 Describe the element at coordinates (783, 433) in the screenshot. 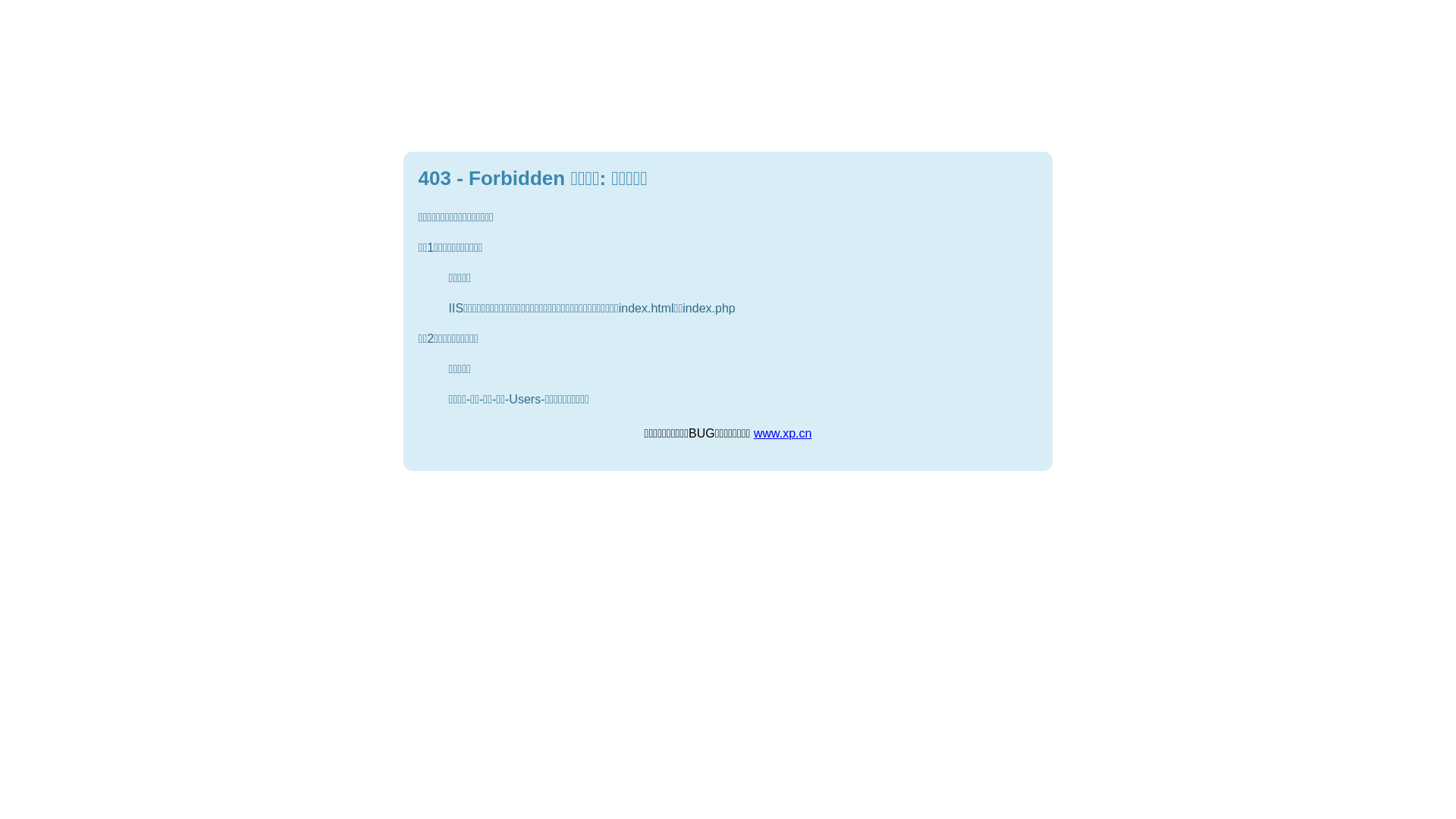

I see `'www.xp.cn'` at that location.